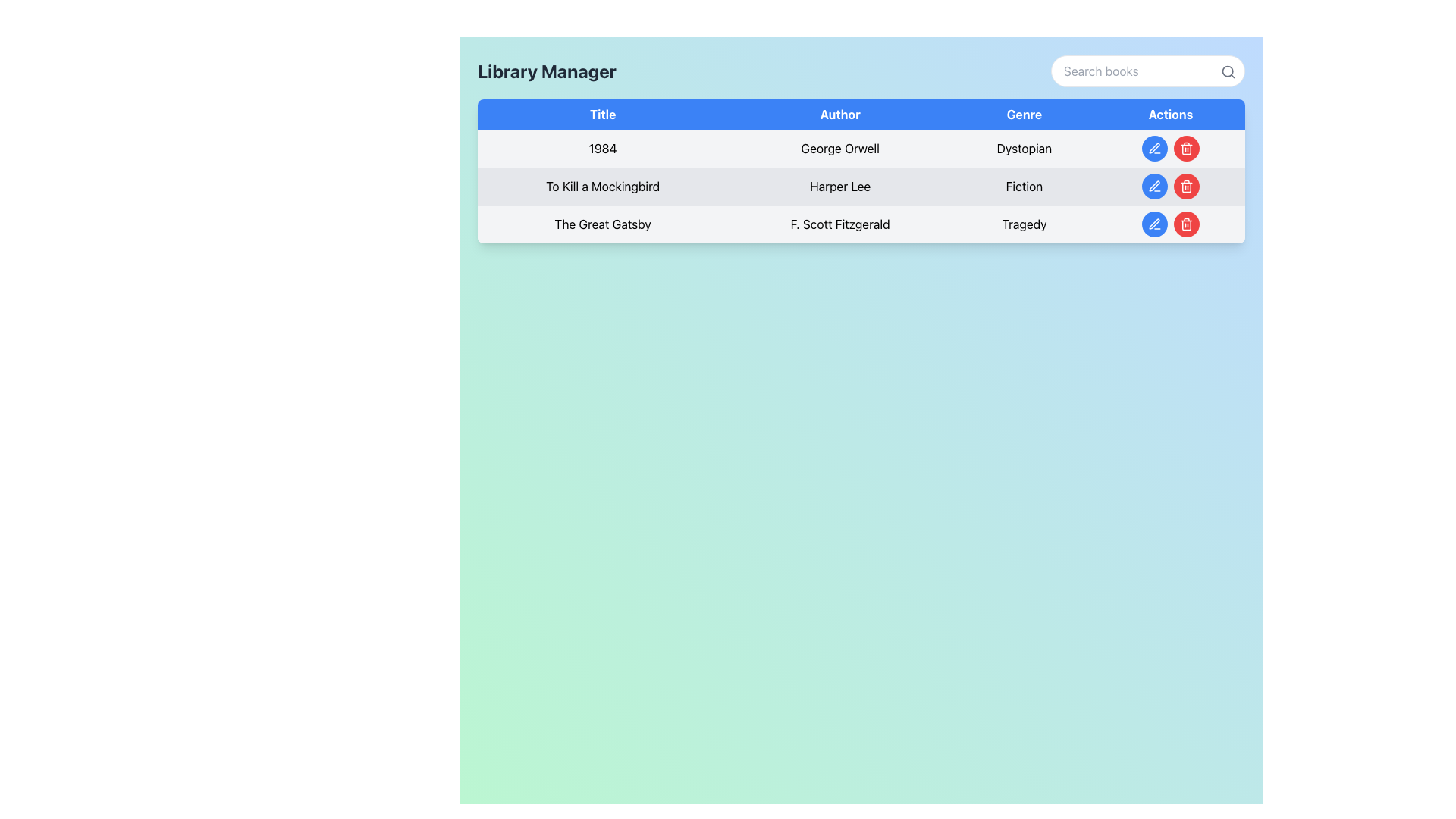  I want to click on the trash can icon button with a red background, positioned as the second button in the 'Actions' column of the second row, so click(1185, 186).